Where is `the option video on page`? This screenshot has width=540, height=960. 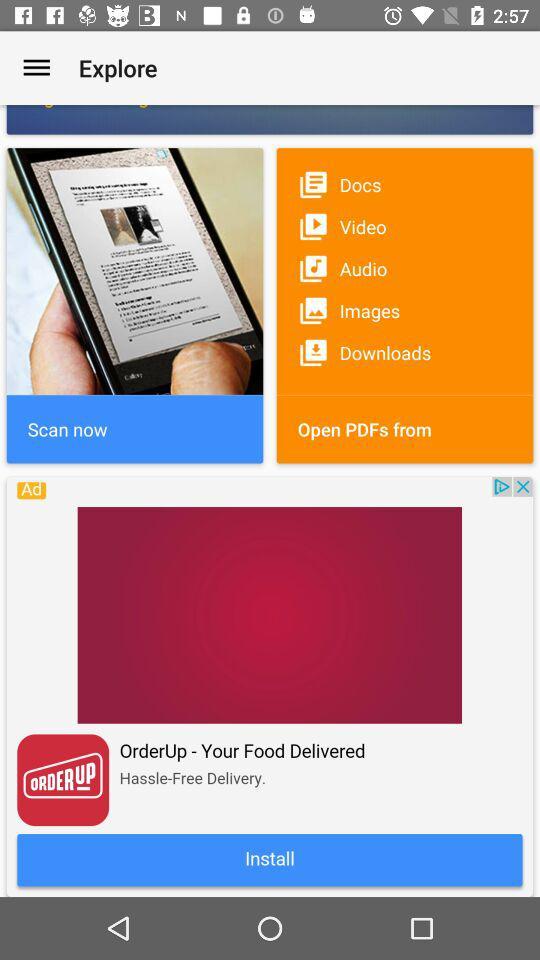
the option video on page is located at coordinates (405, 227).